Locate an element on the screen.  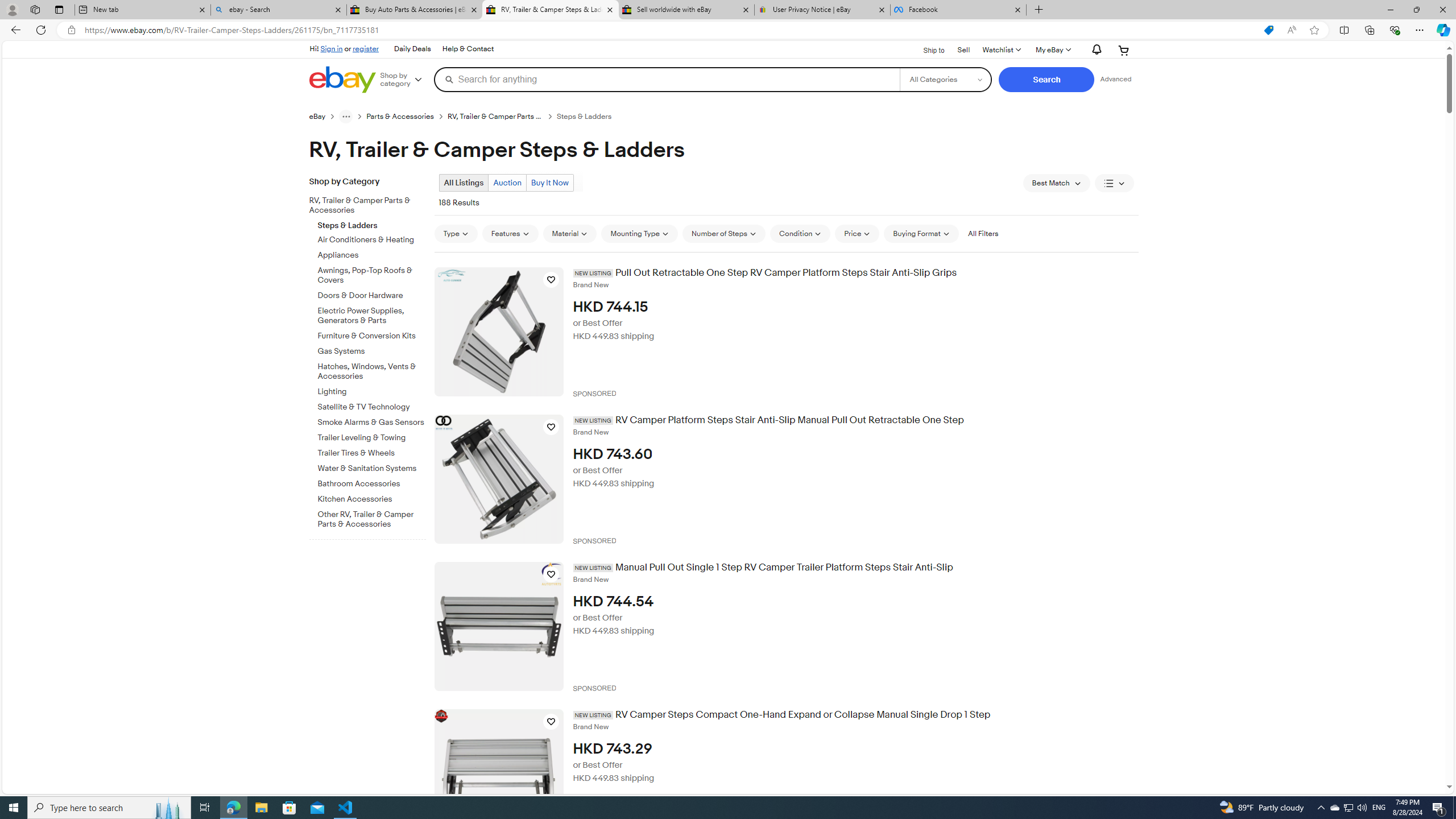
'Auction' is located at coordinates (507, 183).